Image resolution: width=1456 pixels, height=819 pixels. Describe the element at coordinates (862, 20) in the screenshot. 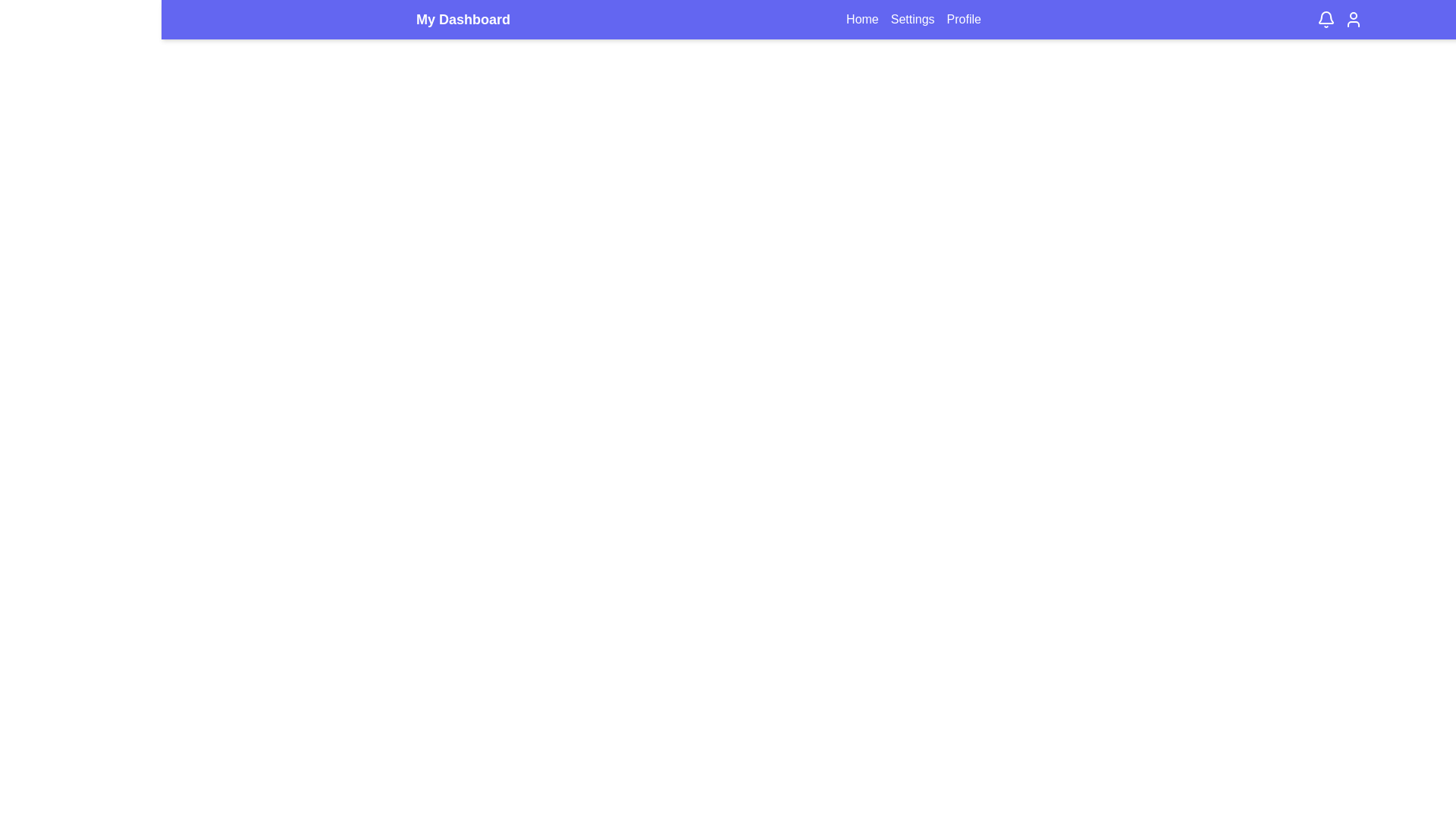

I see `the 'Home' navigational text link in the top navigation bar to change its color to yellow` at that location.